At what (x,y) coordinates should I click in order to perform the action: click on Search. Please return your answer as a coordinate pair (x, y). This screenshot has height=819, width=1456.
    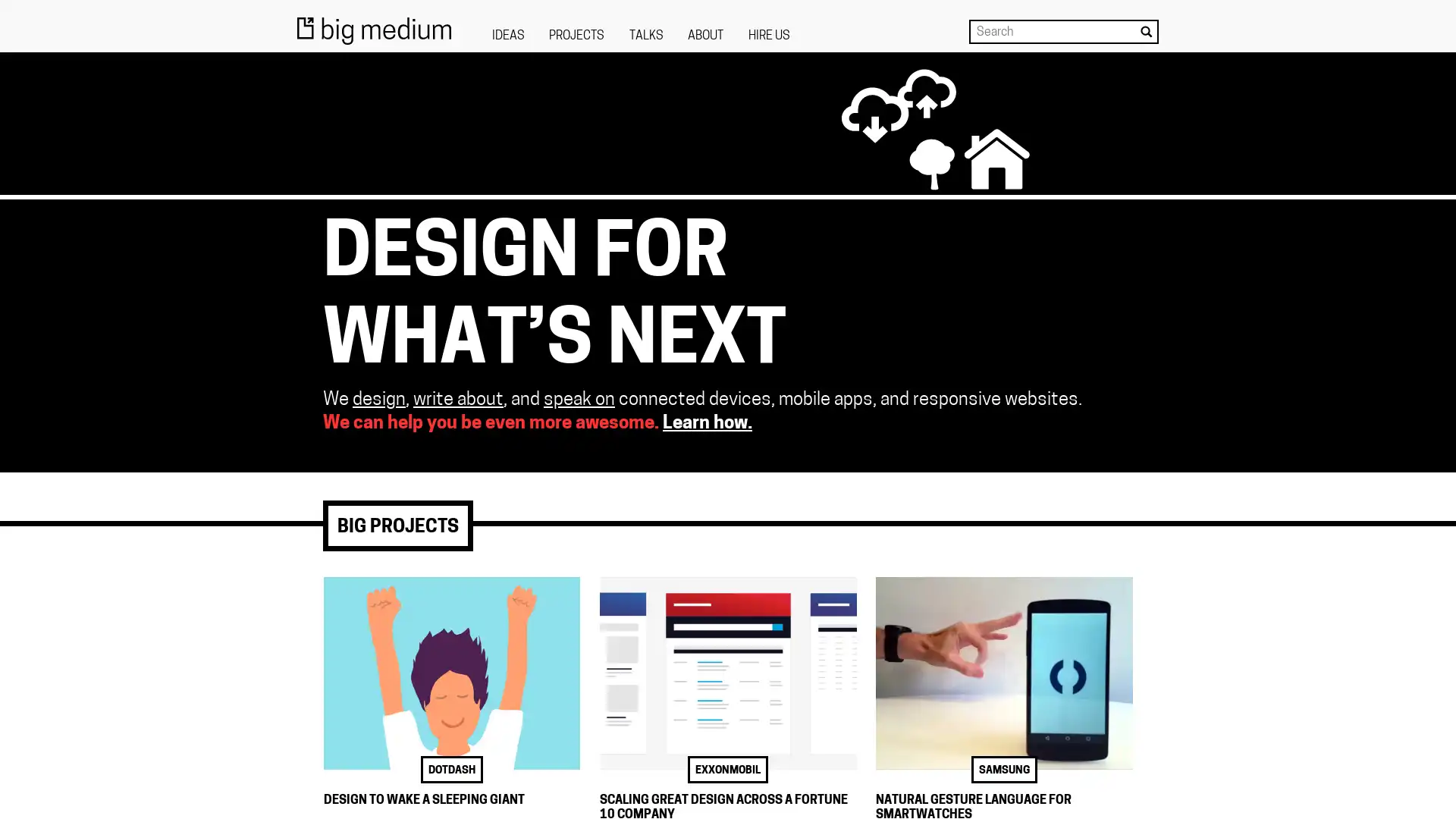
    Looking at the image, I should click on (1146, 31).